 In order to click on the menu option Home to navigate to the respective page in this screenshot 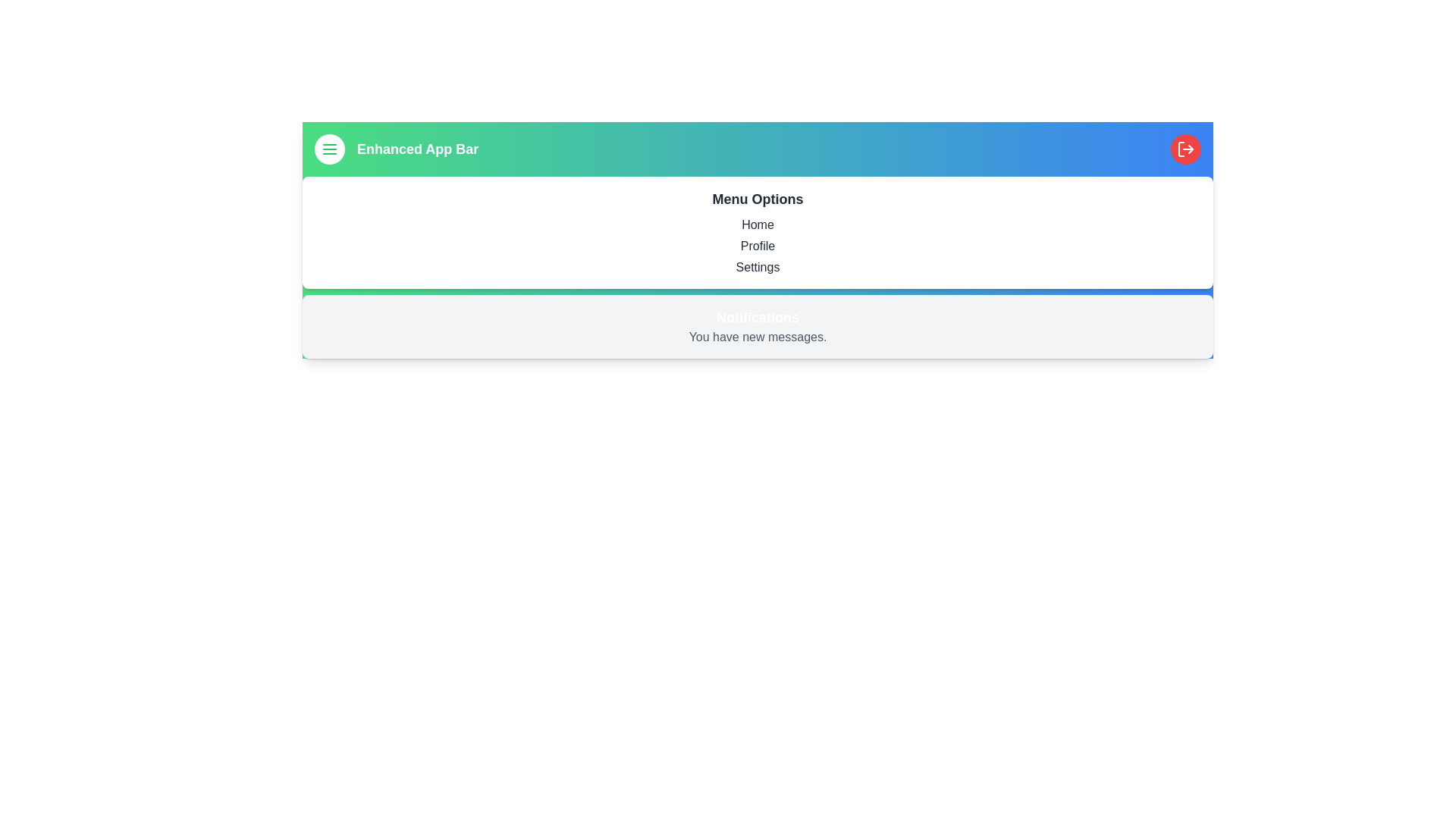, I will do `click(758, 225)`.